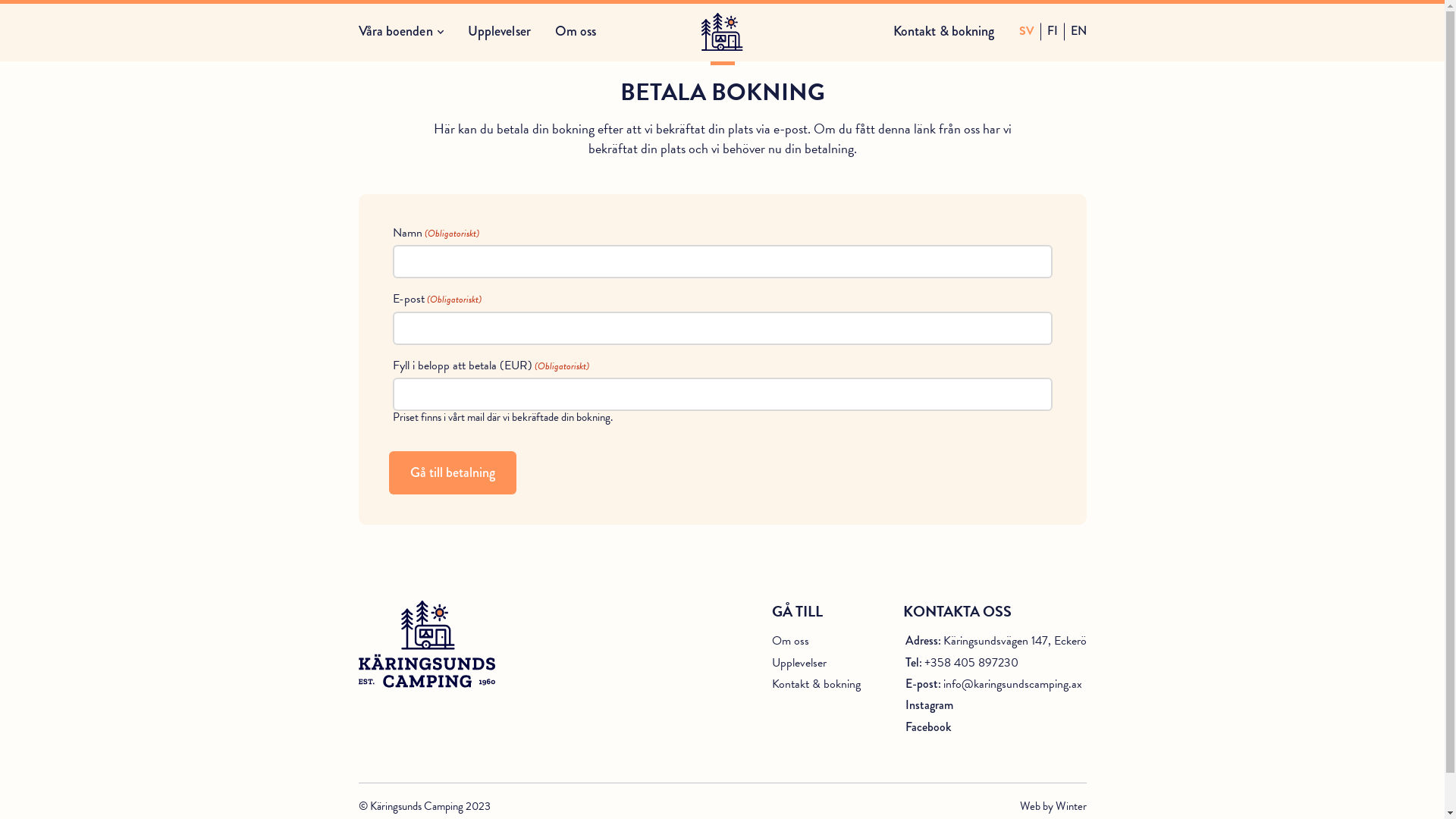 The height and width of the screenshot is (819, 1456). What do you see at coordinates (905, 726) in the screenshot?
I see `'Facebook'` at bounding box center [905, 726].